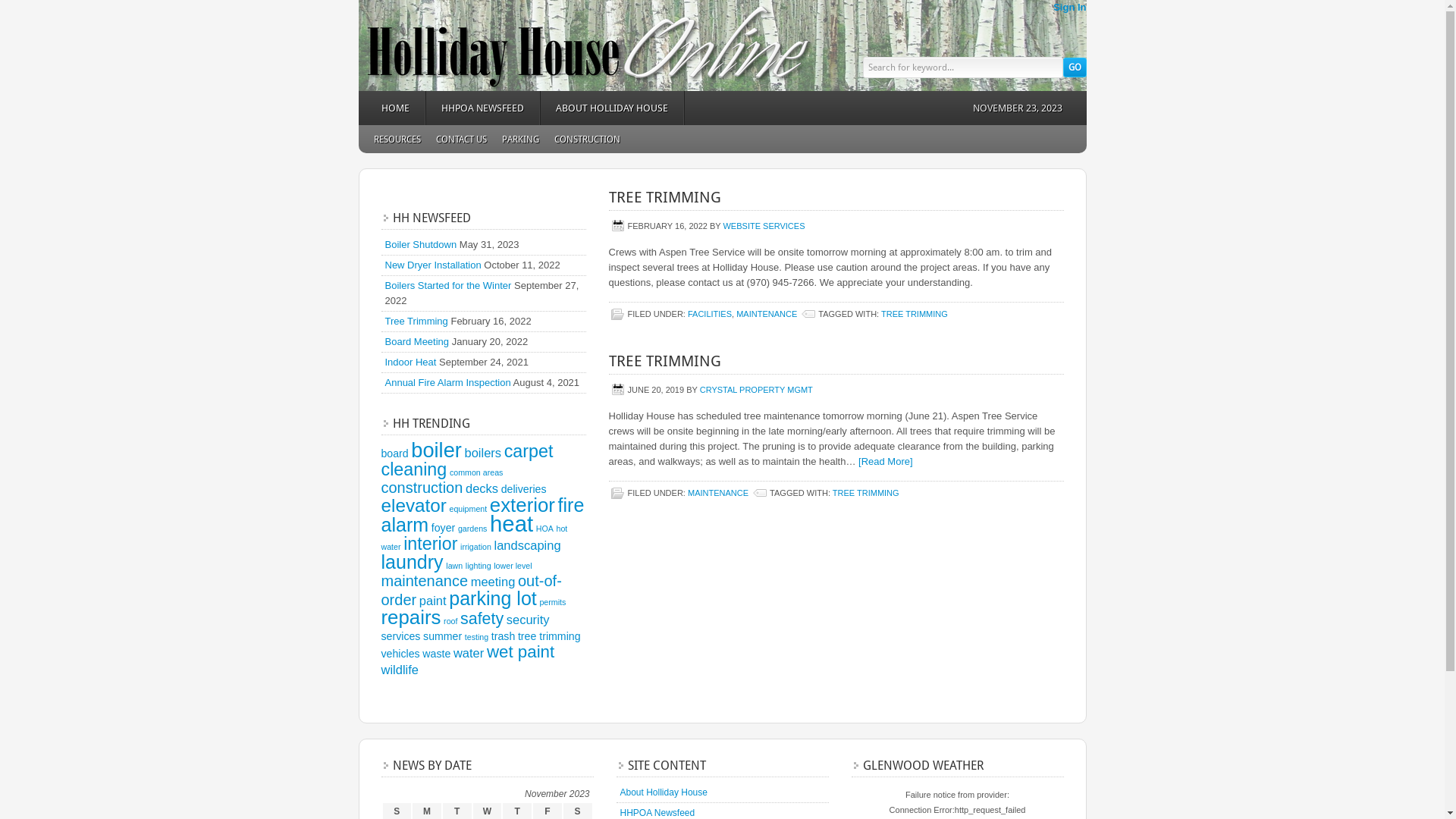  Describe the element at coordinates (513, 565) in the screenshot. I see `'lower level'` at that location.